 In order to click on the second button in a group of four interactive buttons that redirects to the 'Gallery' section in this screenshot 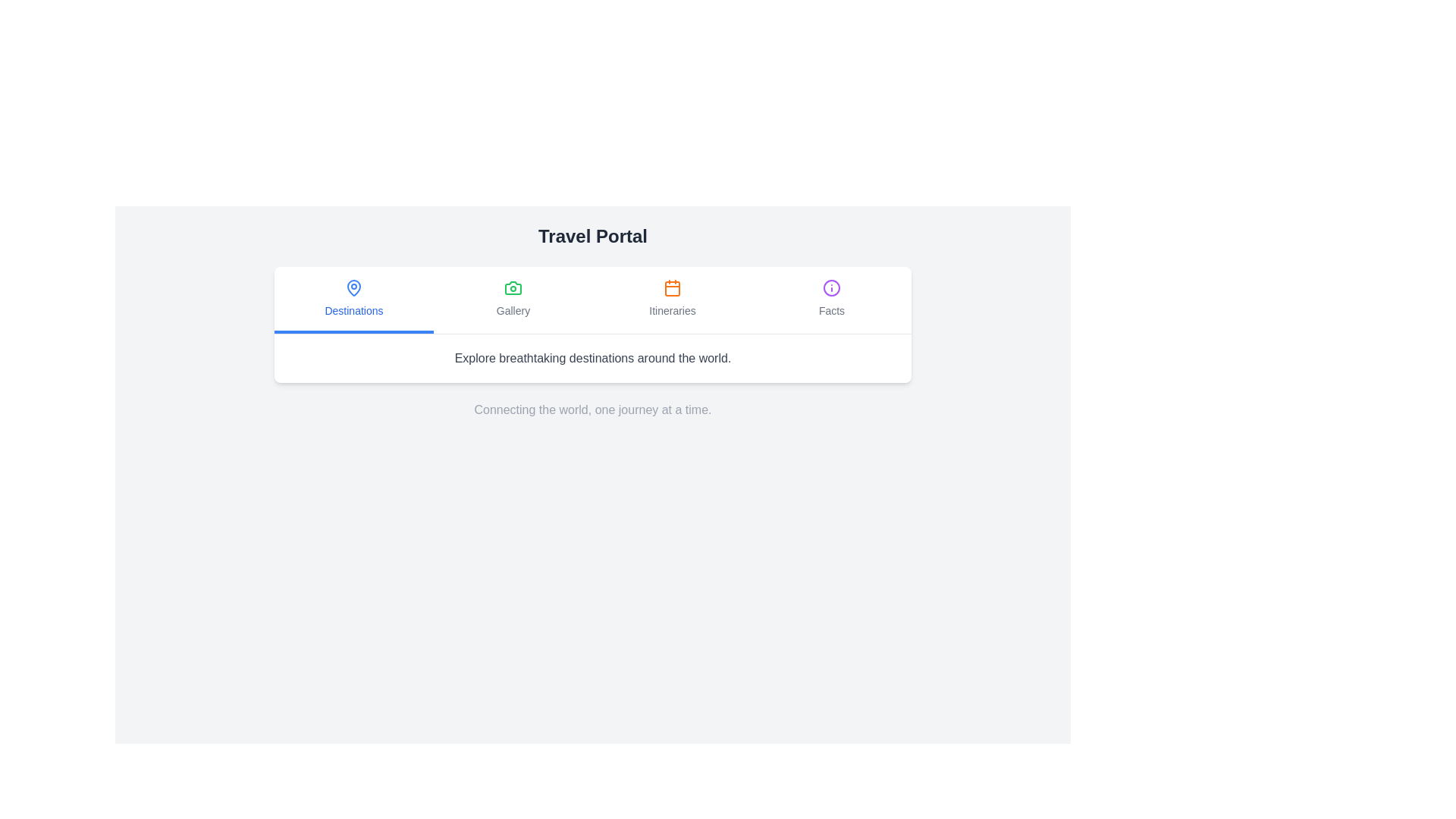, I will do `click(513, 300)`.